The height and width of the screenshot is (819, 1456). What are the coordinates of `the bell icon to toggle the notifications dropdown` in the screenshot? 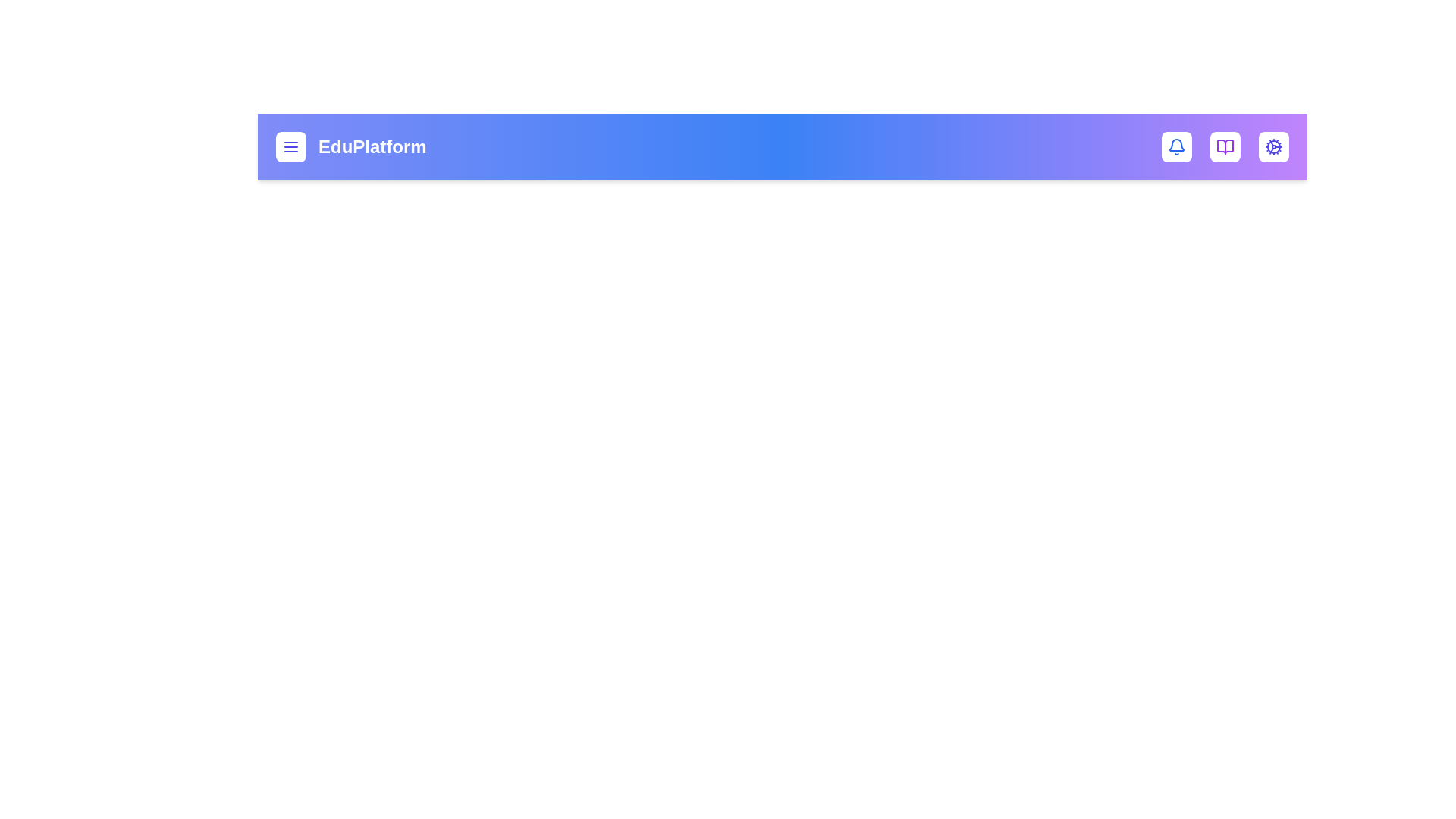 It's located at (1175, 146).